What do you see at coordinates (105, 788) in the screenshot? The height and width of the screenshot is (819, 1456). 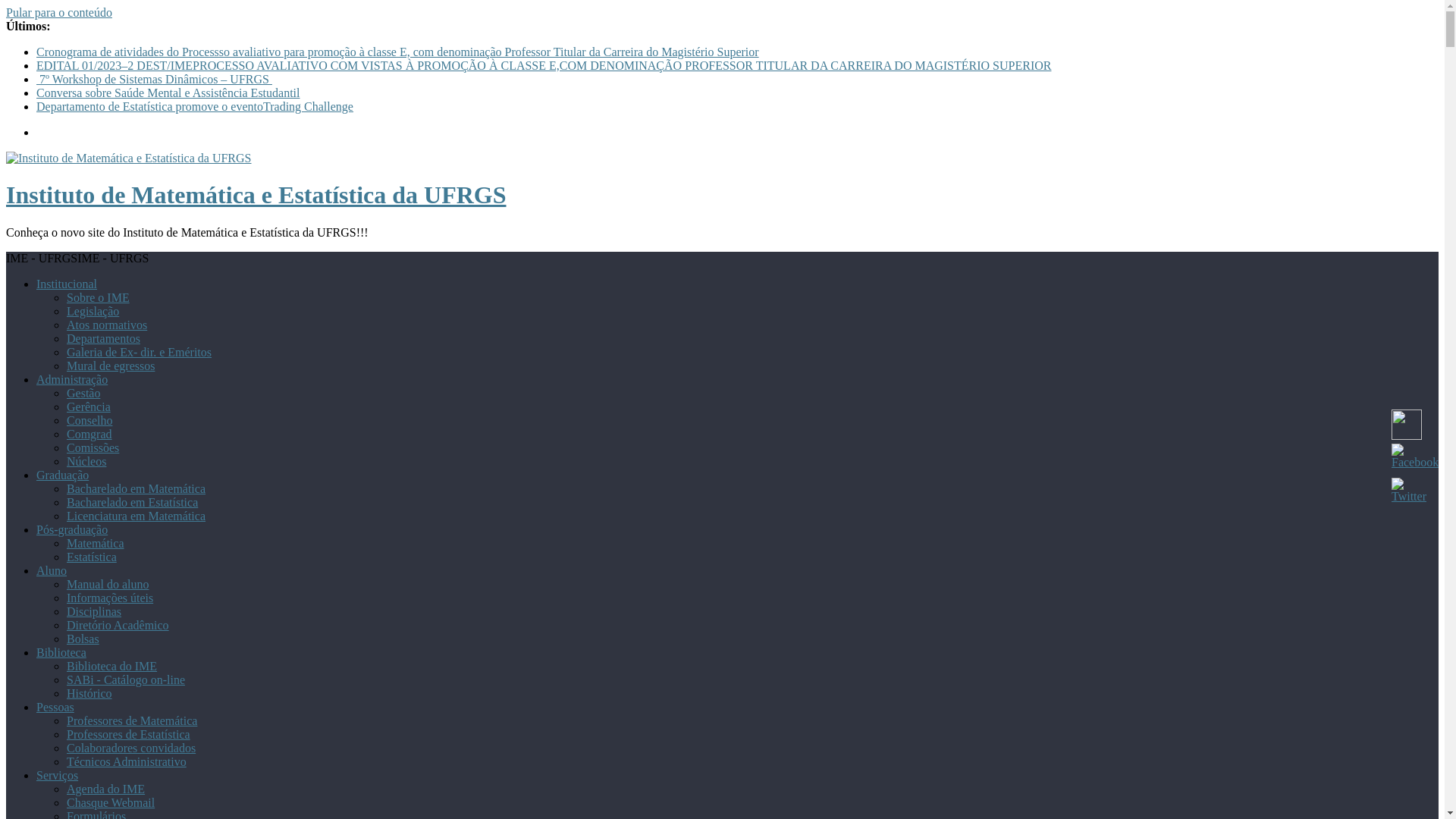 I see `'Agenda do IME'` at bounding box center [105, 788].